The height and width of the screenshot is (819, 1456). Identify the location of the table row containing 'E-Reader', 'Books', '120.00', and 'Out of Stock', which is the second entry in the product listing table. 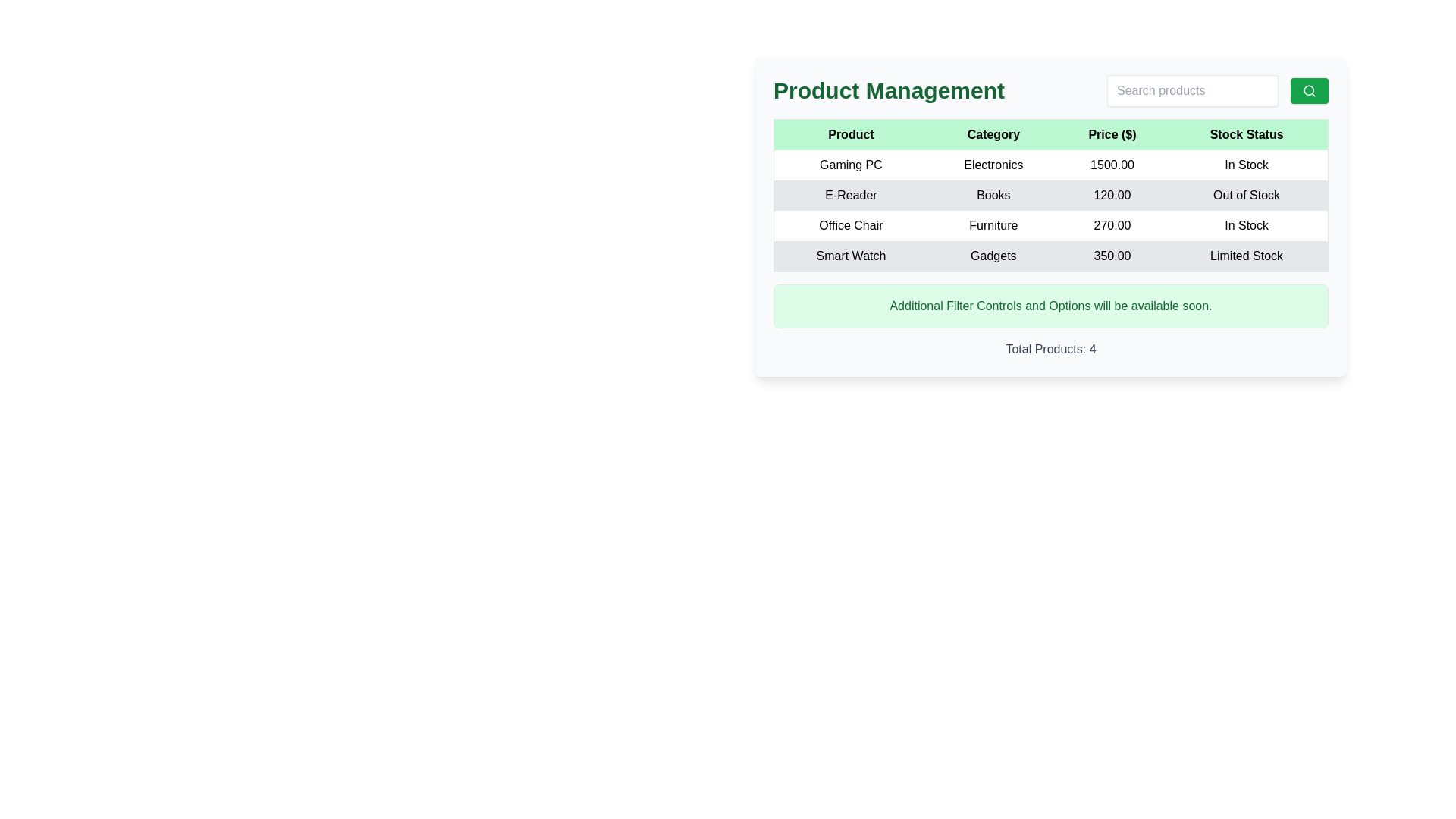
(1050, 195).